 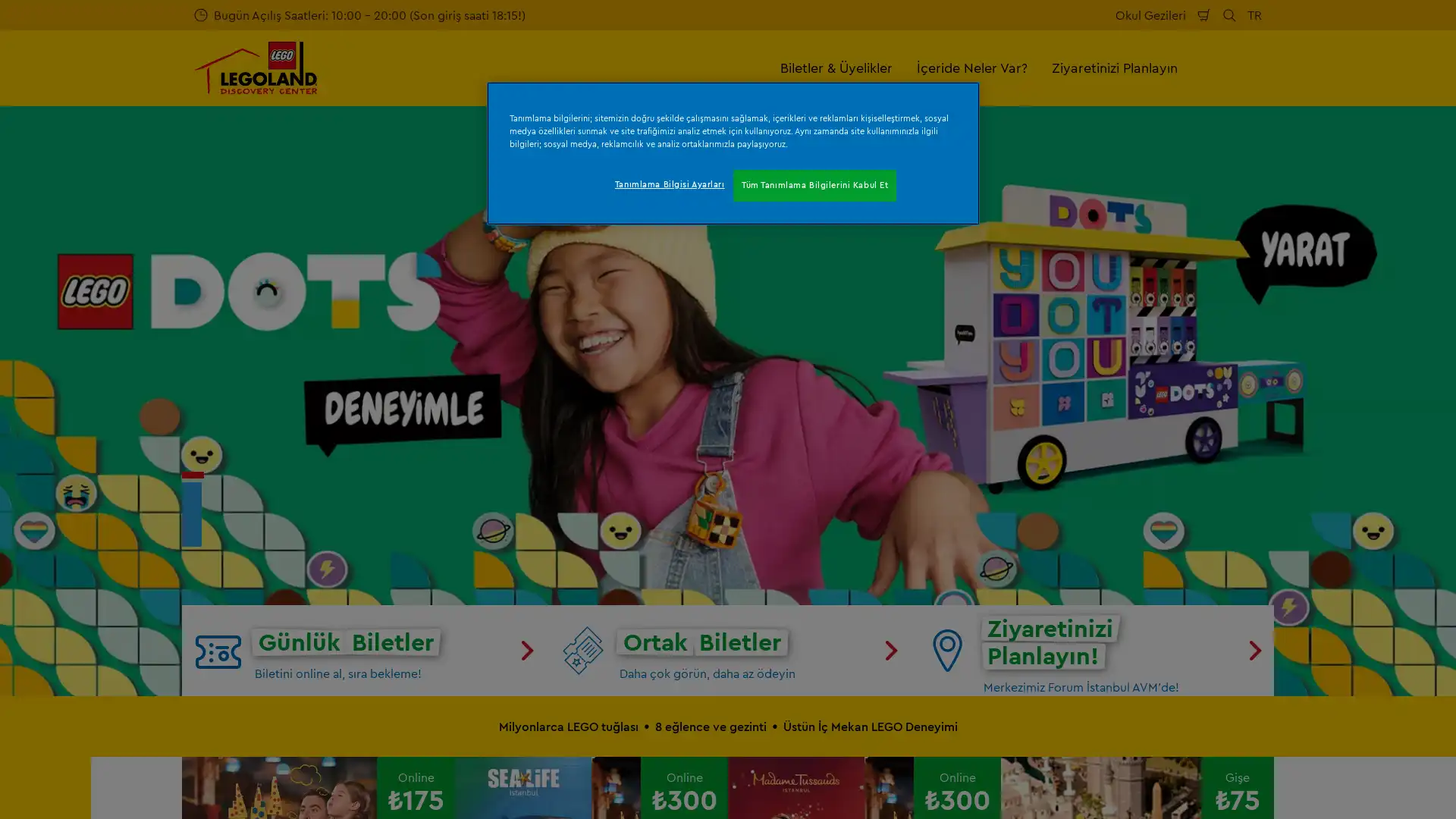 What do you see at coordinates (836, 67) in the screenshot?
I see `Biletler & Uyelikler` at bounding box center [836, 67].